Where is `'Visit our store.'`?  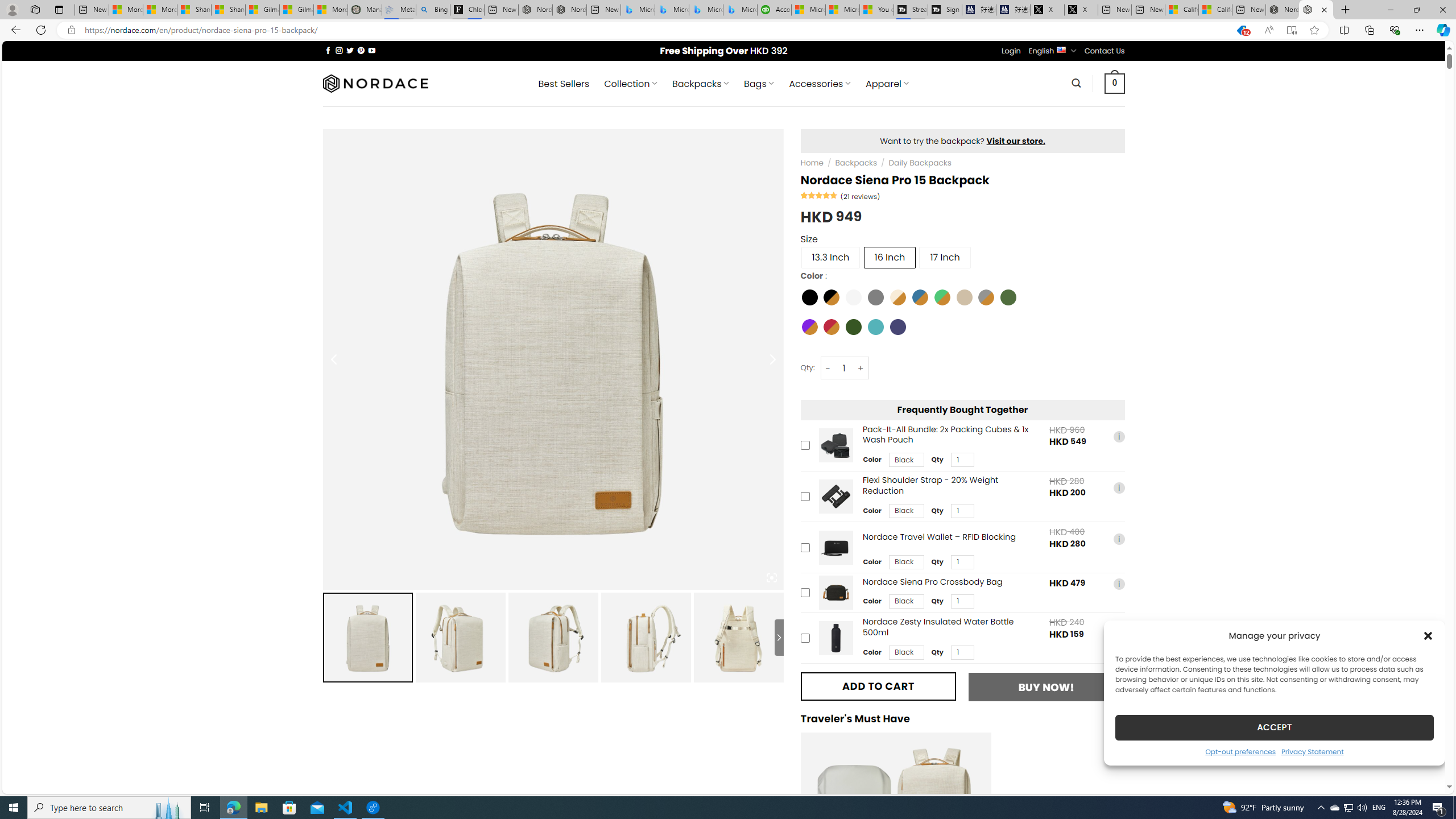
'Visit our store.' is located at coordinates (1015, 140).